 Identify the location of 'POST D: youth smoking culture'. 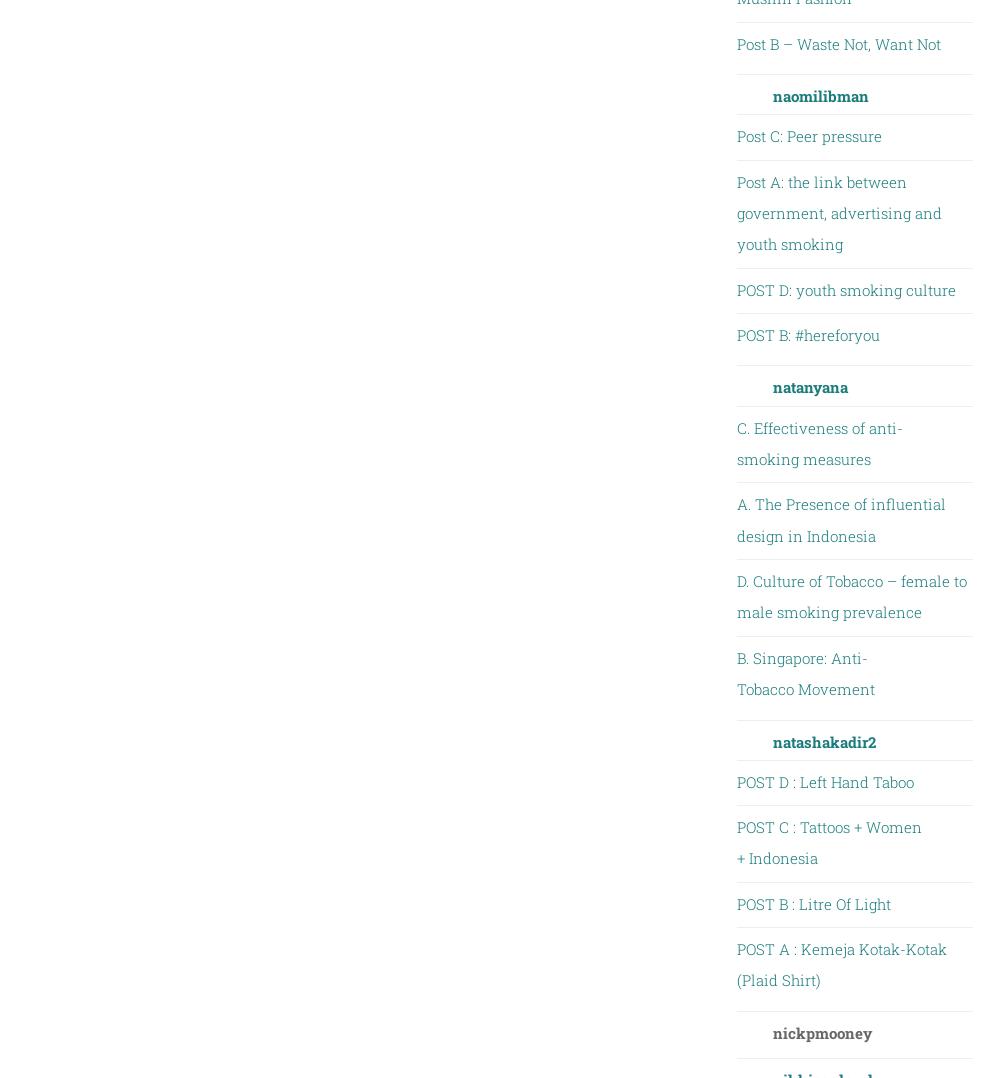
(844, 289).